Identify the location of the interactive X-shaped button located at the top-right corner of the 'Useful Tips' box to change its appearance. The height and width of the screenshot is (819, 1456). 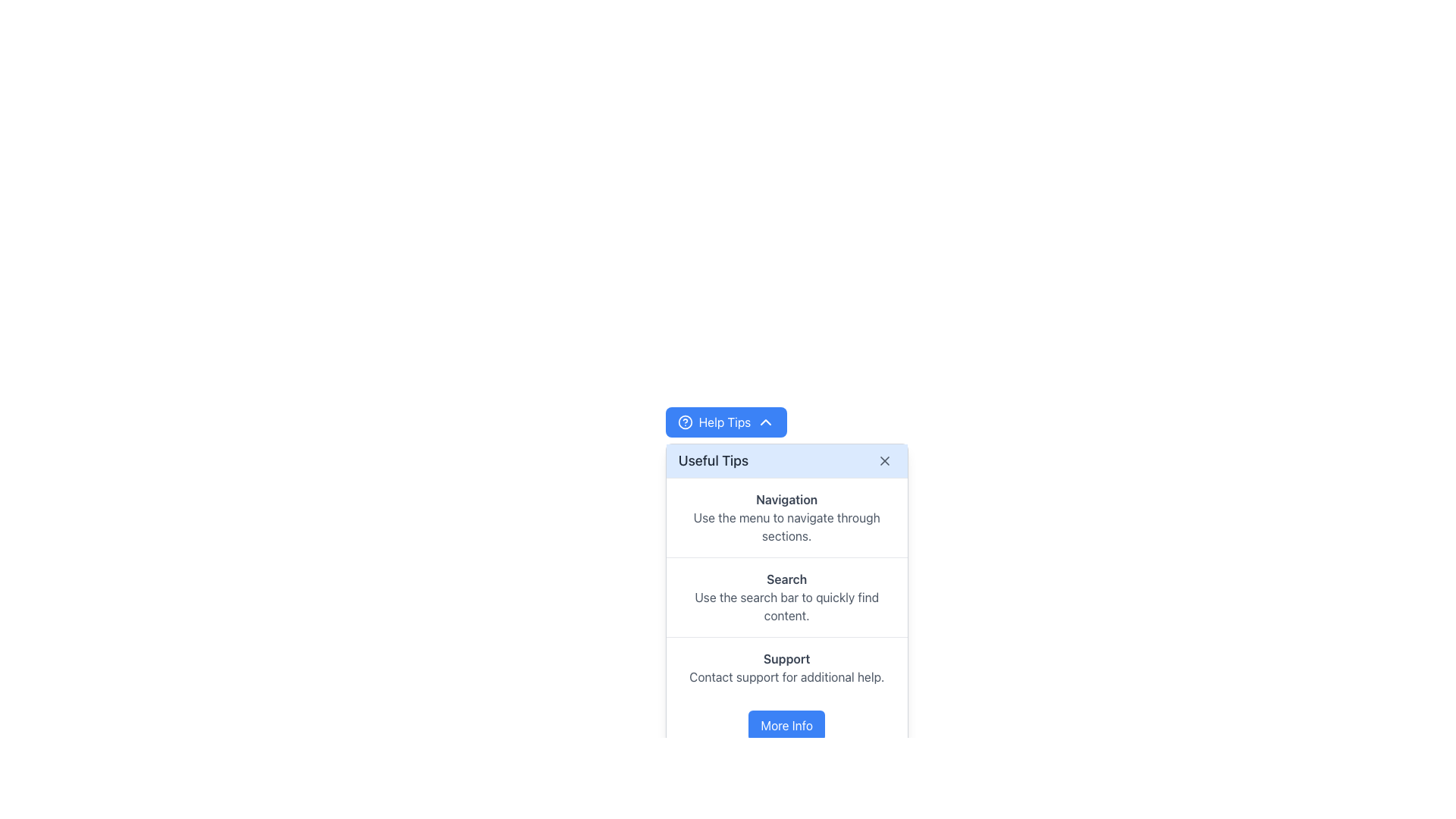
(884, 460).